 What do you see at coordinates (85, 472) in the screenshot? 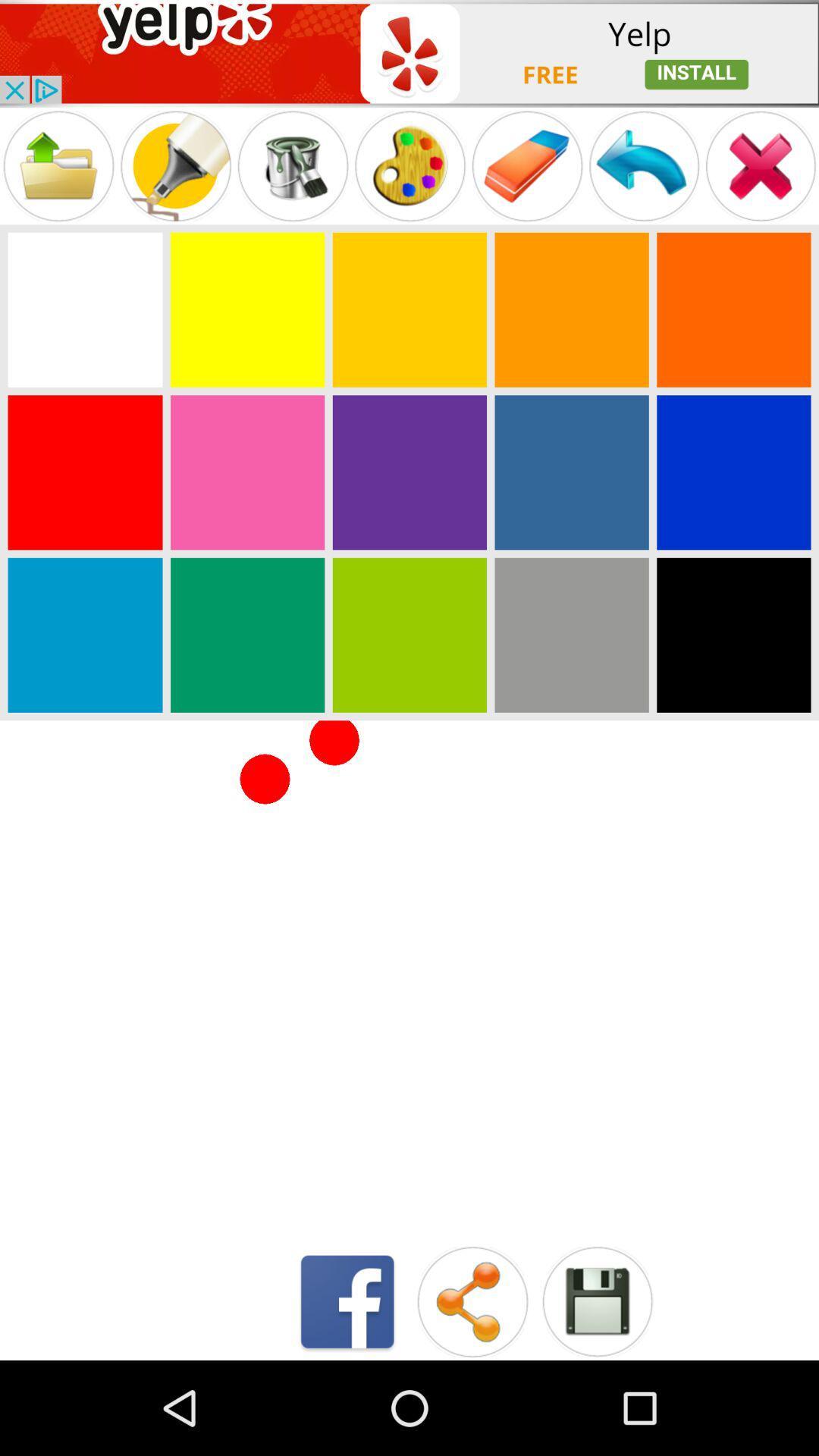
I see `coloring page` at bounding box center [85, 472].